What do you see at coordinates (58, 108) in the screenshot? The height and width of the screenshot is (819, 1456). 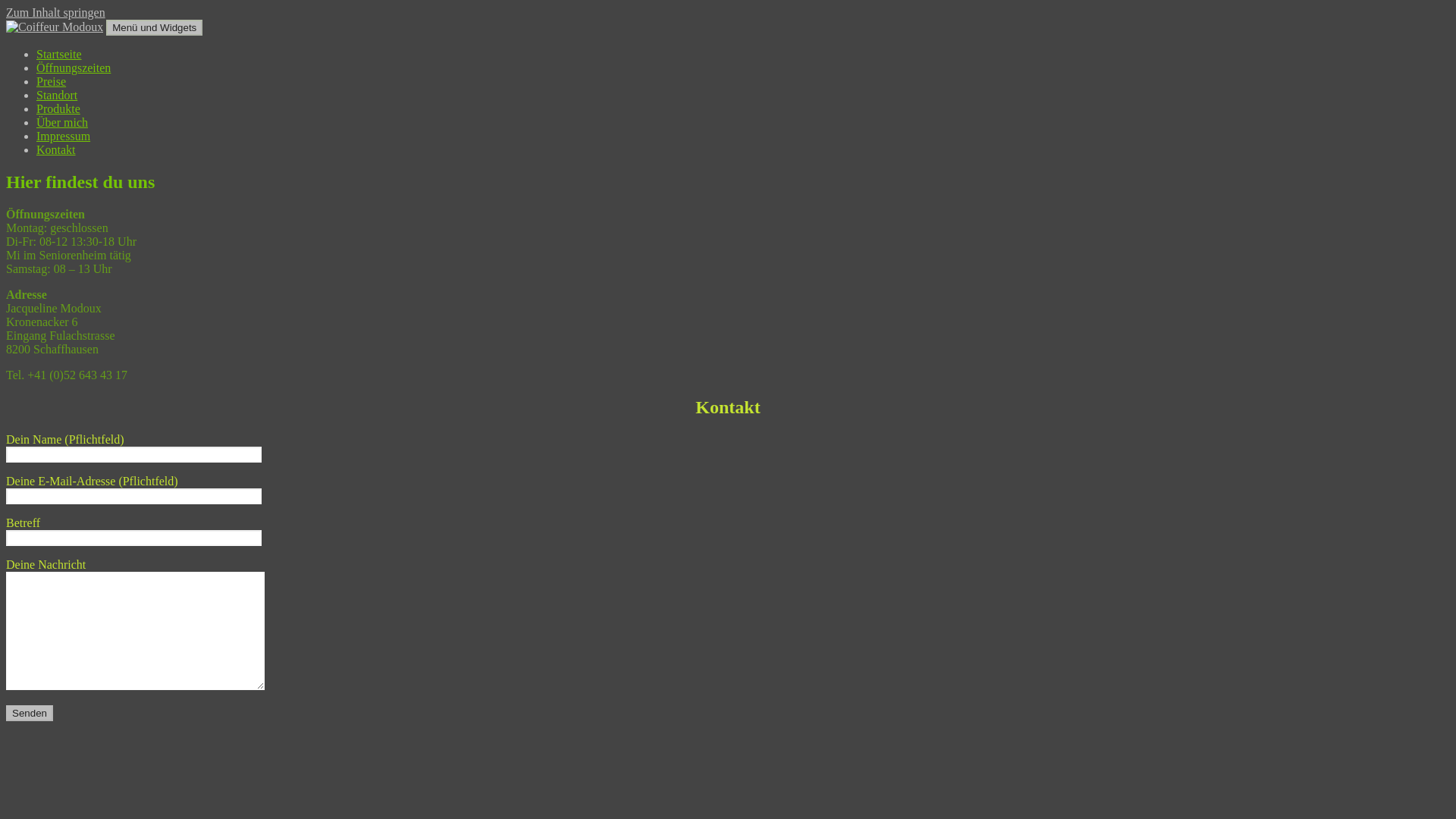 I see `'Produkte'` at bounding box center [58, 108].